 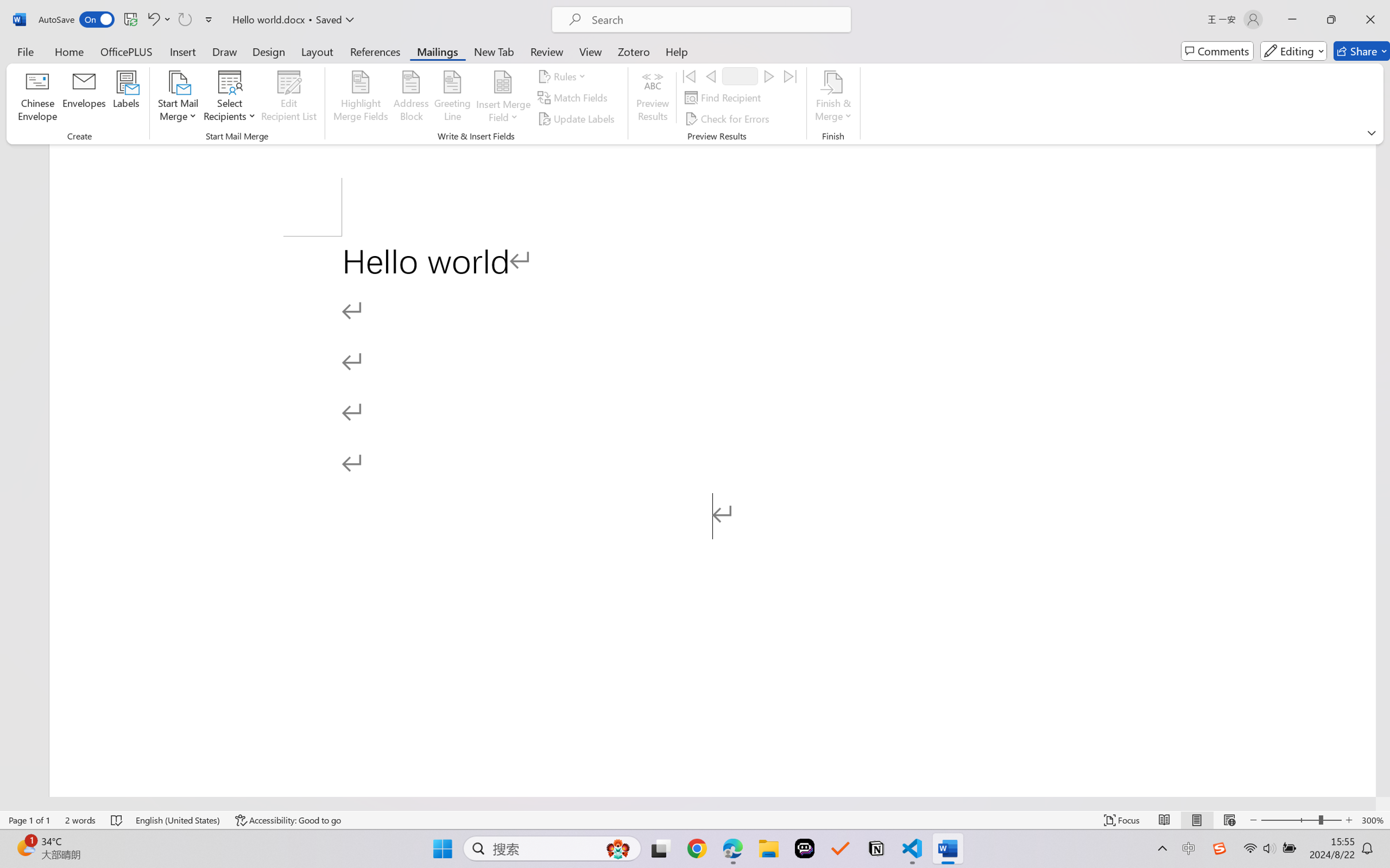 I want to click on 'Greeting Line...', so click(x=452, y=98).